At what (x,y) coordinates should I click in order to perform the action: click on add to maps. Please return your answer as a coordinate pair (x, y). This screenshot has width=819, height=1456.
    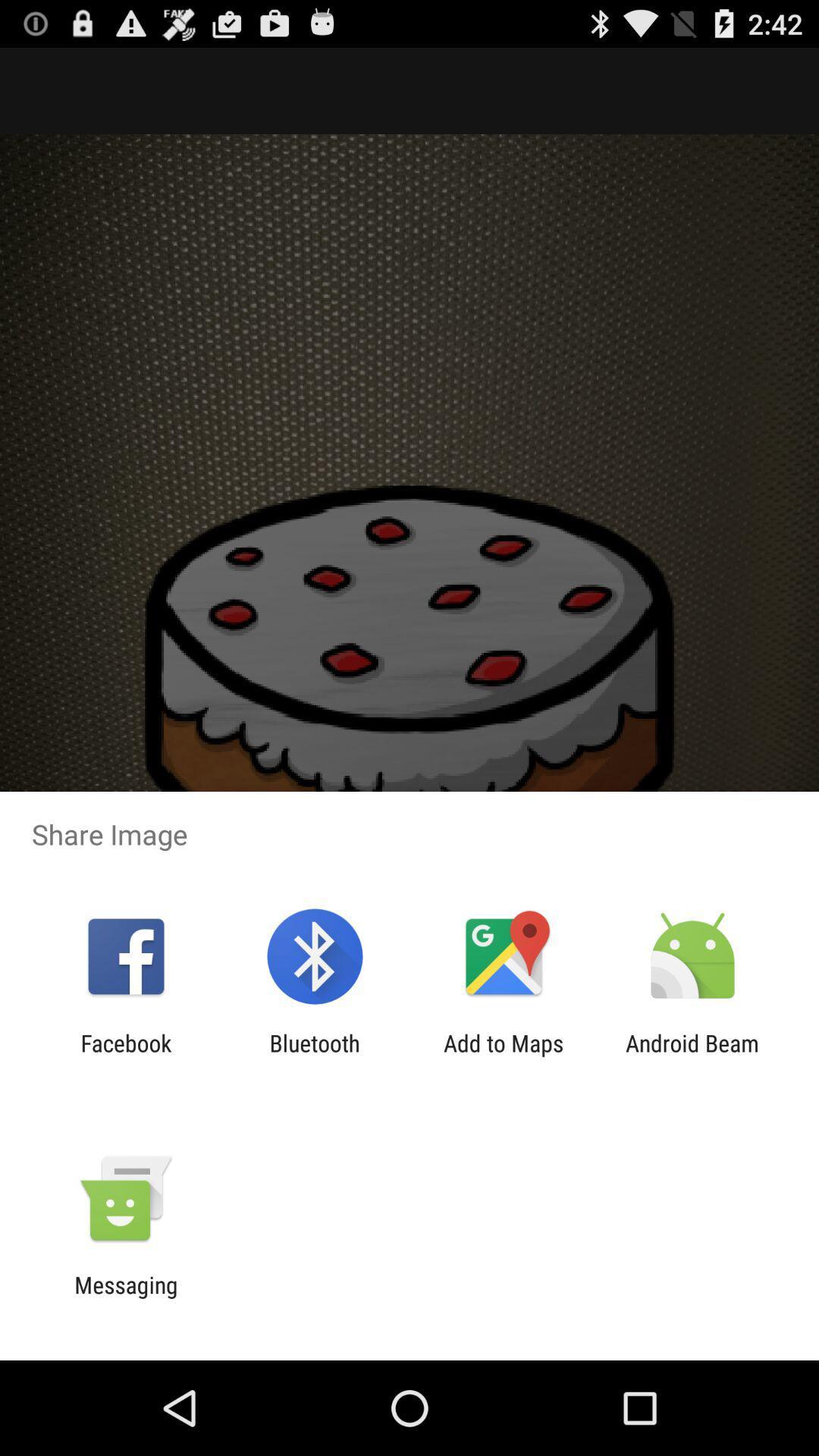
    Looking at the image, I should click on (504, 1056).